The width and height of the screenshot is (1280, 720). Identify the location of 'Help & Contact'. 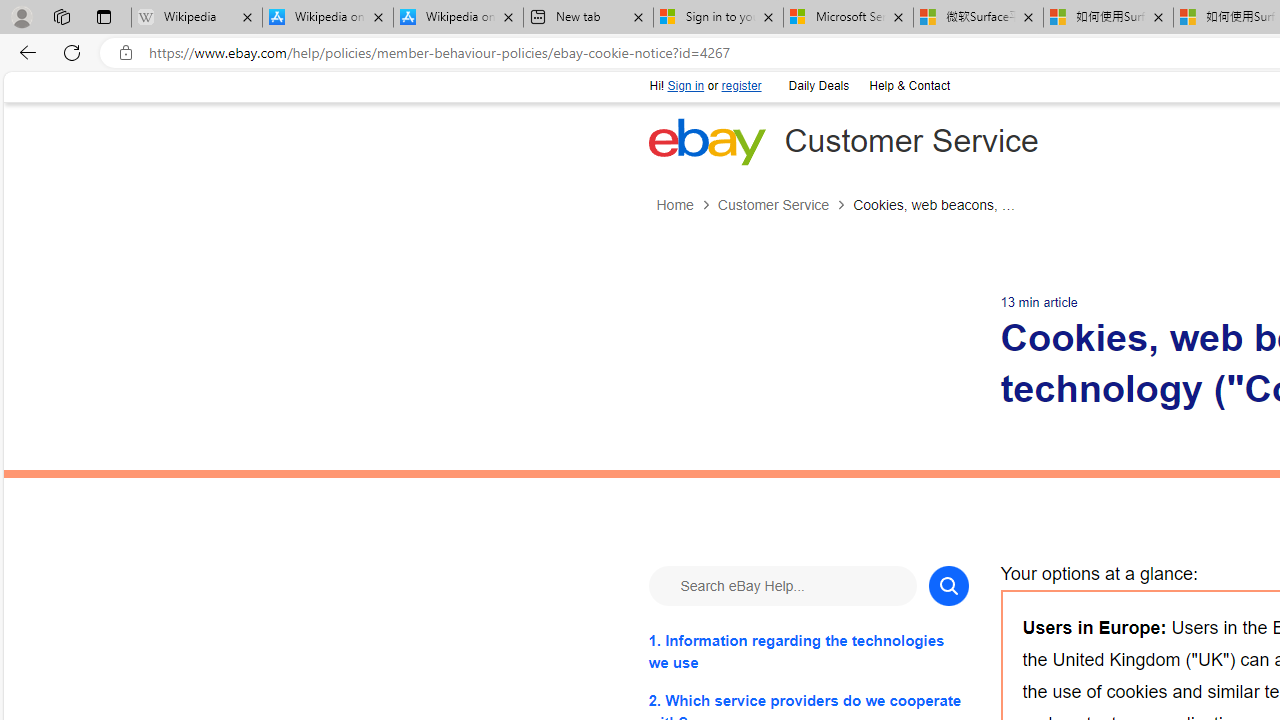
(908, 86).